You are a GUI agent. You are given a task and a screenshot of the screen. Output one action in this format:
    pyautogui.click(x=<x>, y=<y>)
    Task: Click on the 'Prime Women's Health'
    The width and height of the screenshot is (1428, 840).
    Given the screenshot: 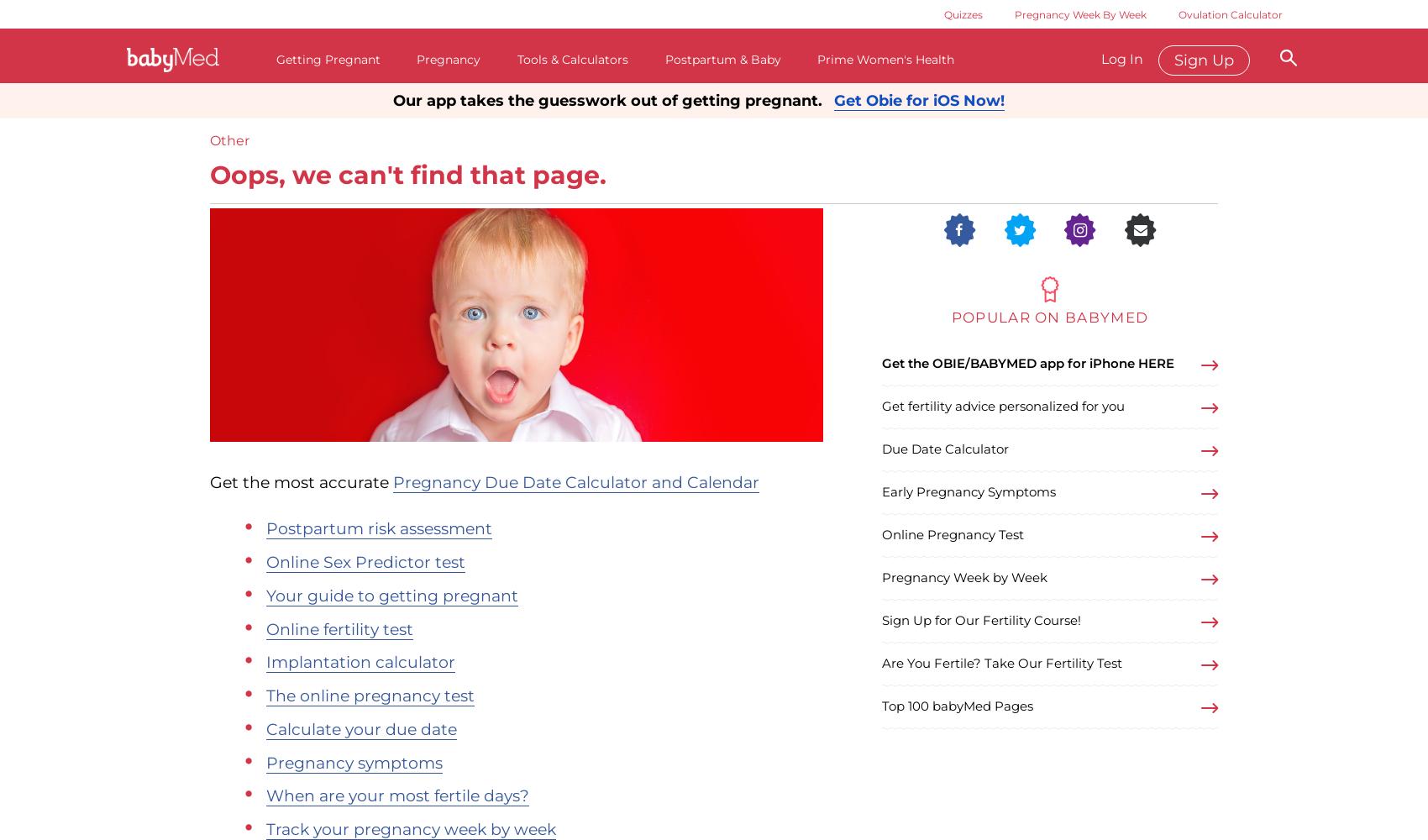 What is the action you would take?
    pyautogui.click(x=885, y=59)
    